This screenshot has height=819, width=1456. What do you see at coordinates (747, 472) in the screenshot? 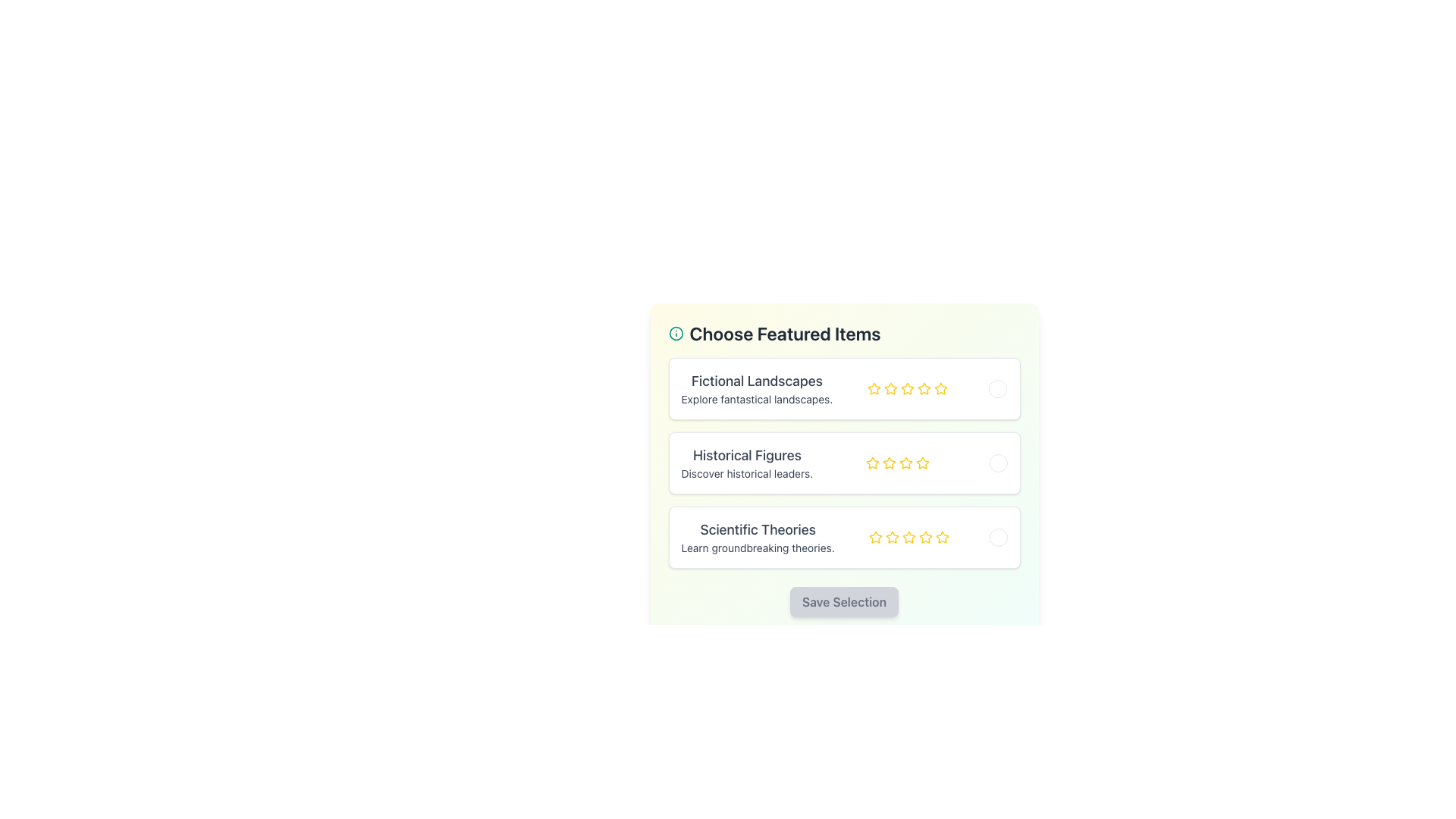
I see `the text label providing descriptive information about 'Historical Figures', located in the second list item of a vertical list within a card-like grouping, directly below the title` at bounding box center [747, 472].